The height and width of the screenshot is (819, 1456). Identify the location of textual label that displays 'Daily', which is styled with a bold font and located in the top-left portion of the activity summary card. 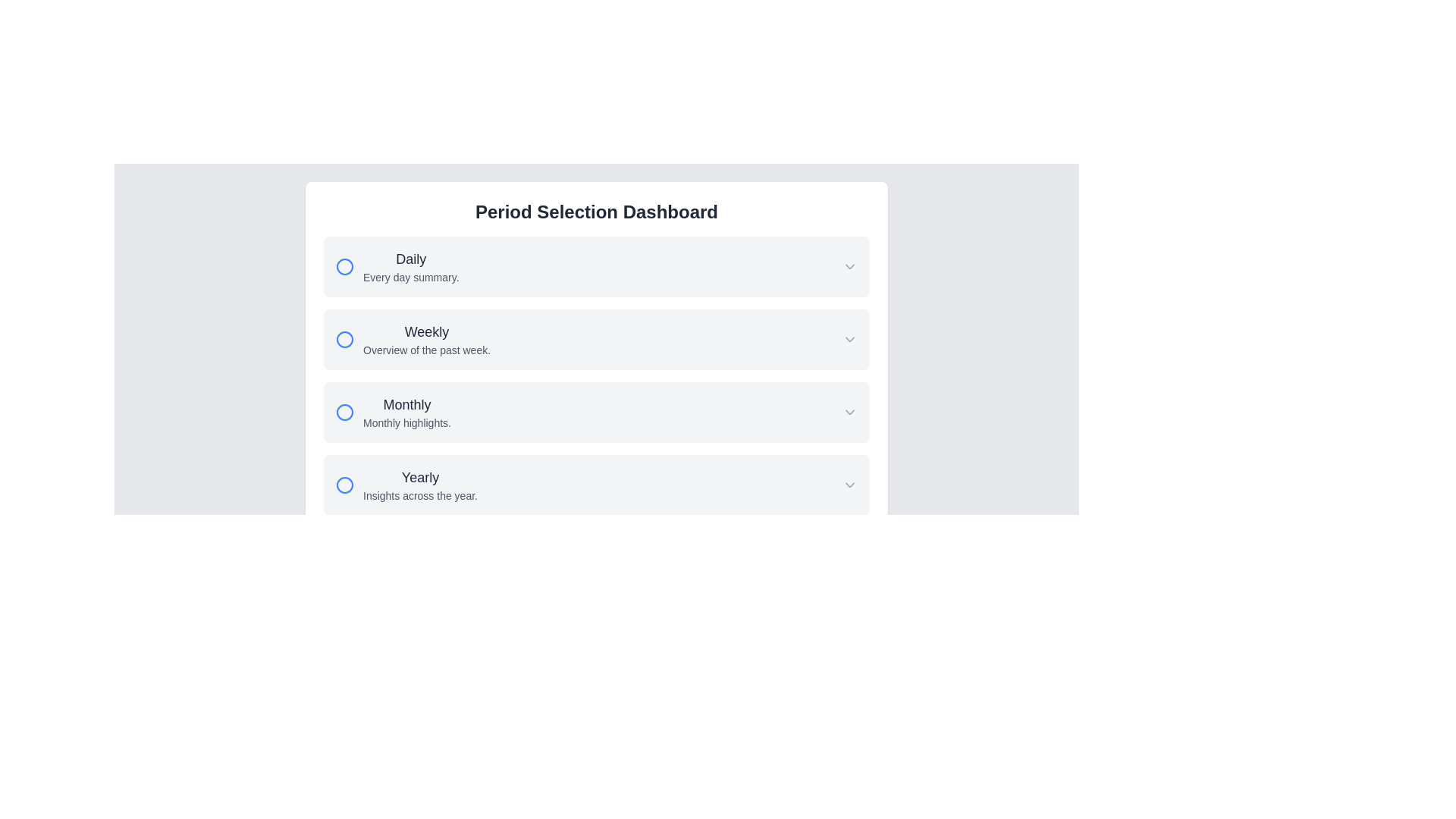
(411, 259).